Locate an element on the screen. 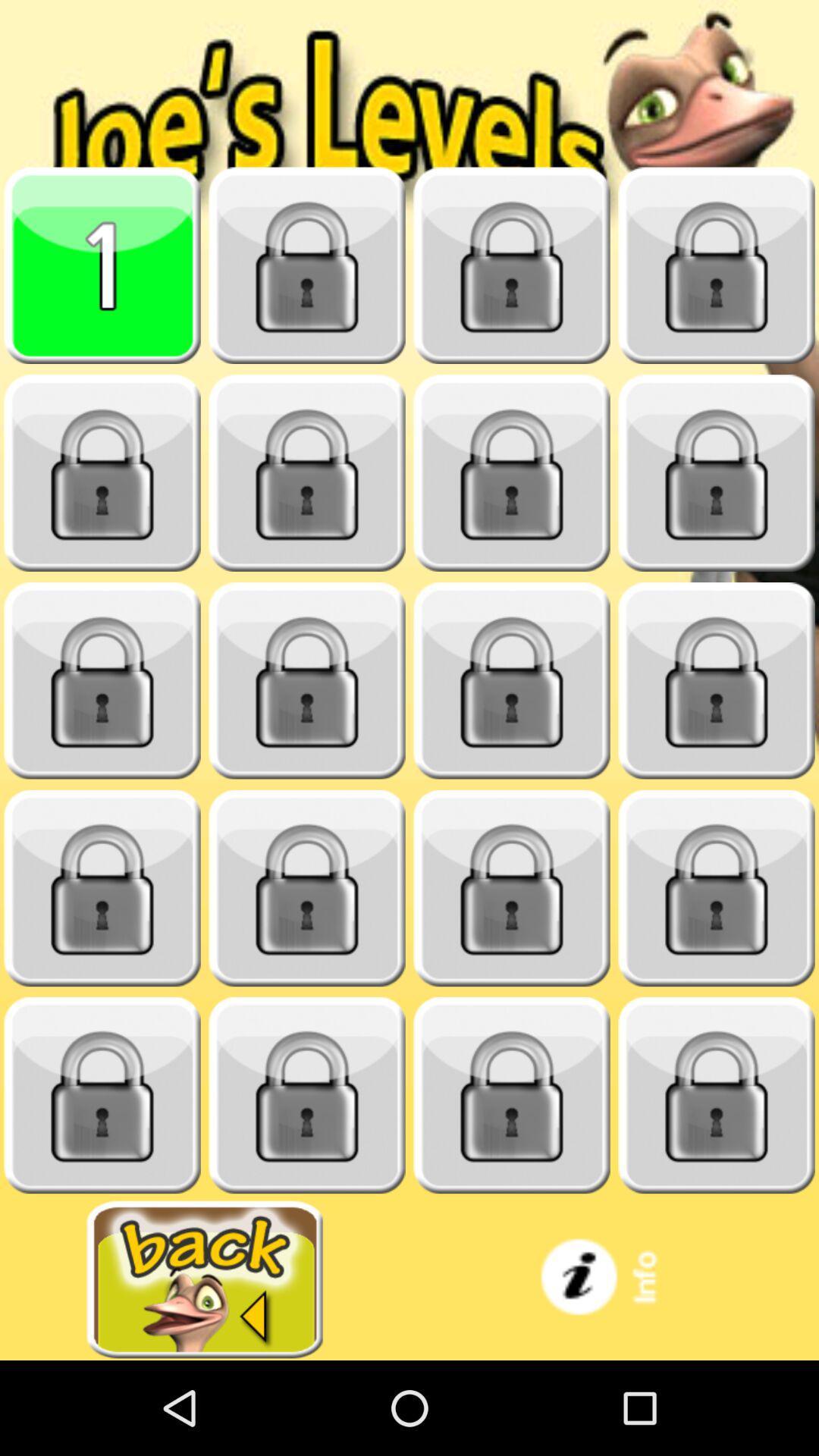 This screenshot has height=1456, width=819. locked level is located at coordinates (307, 888).